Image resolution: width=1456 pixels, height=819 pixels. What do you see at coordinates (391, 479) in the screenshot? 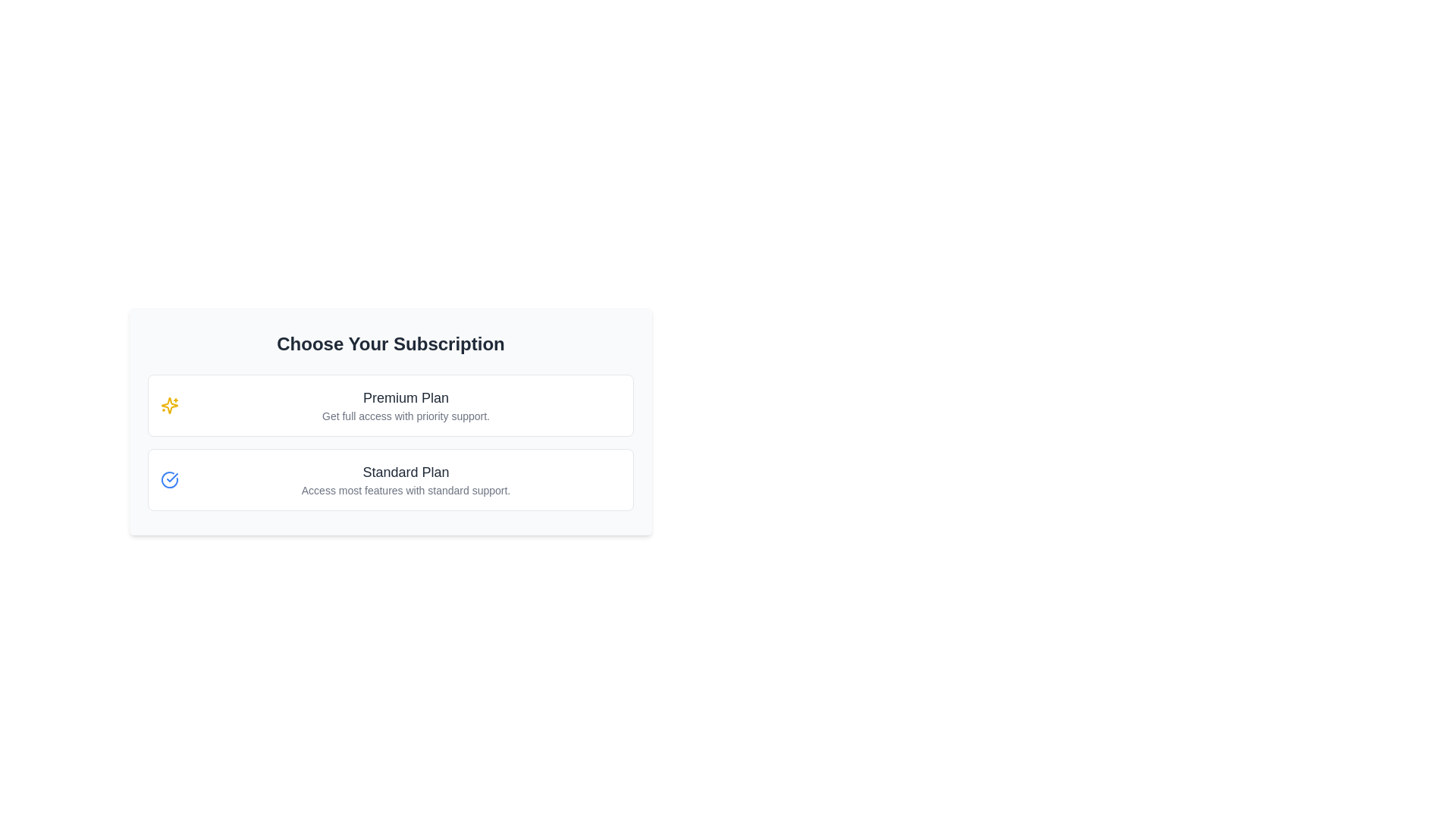
I see `the selectable card for the Standard subscription plan, which is positioned directly below the Premium Plan card in the subscription selection interface` at bounding box center [391, 479].